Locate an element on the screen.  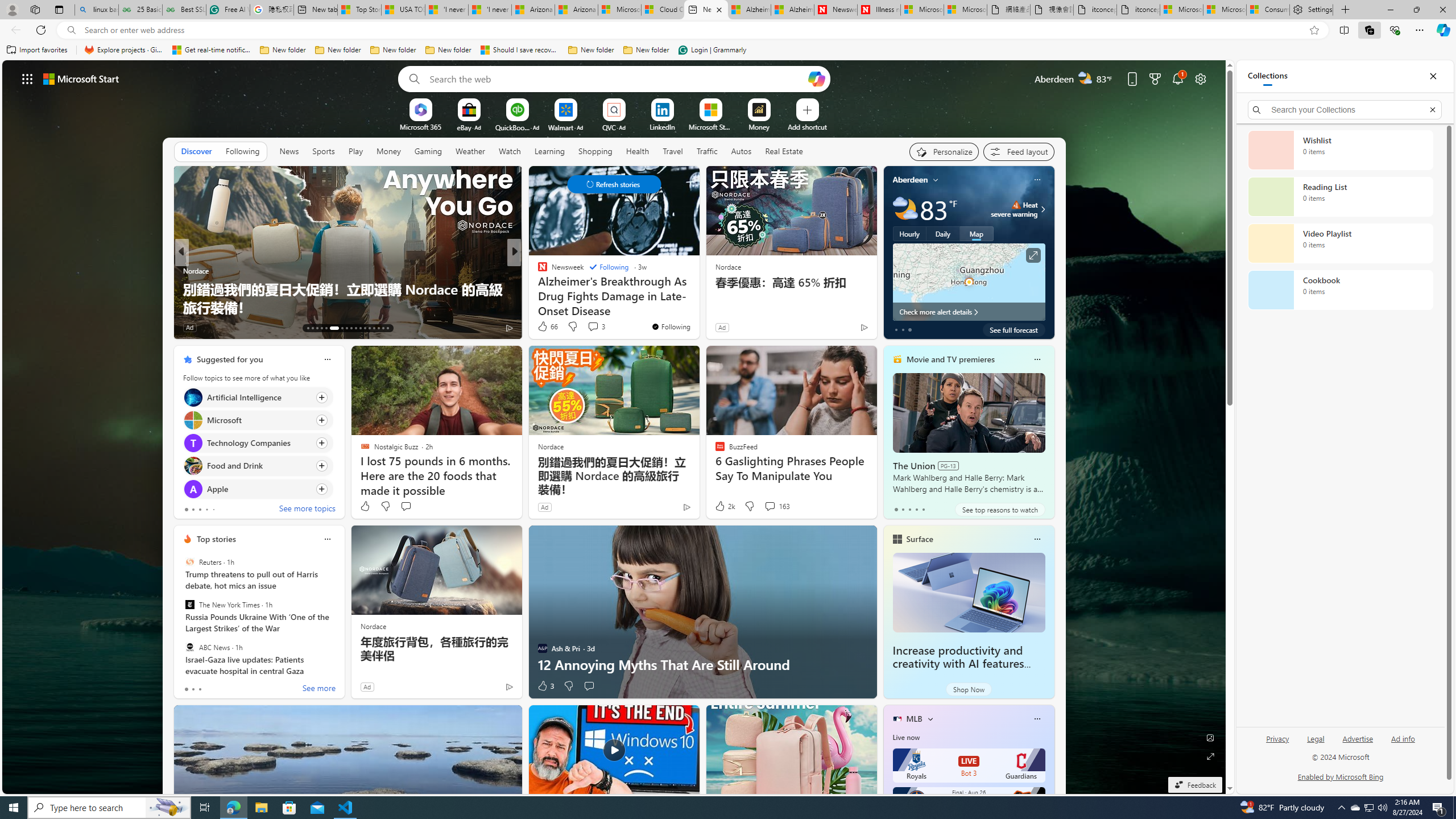
'Edit Background' is located at coordinates (1210, 737).